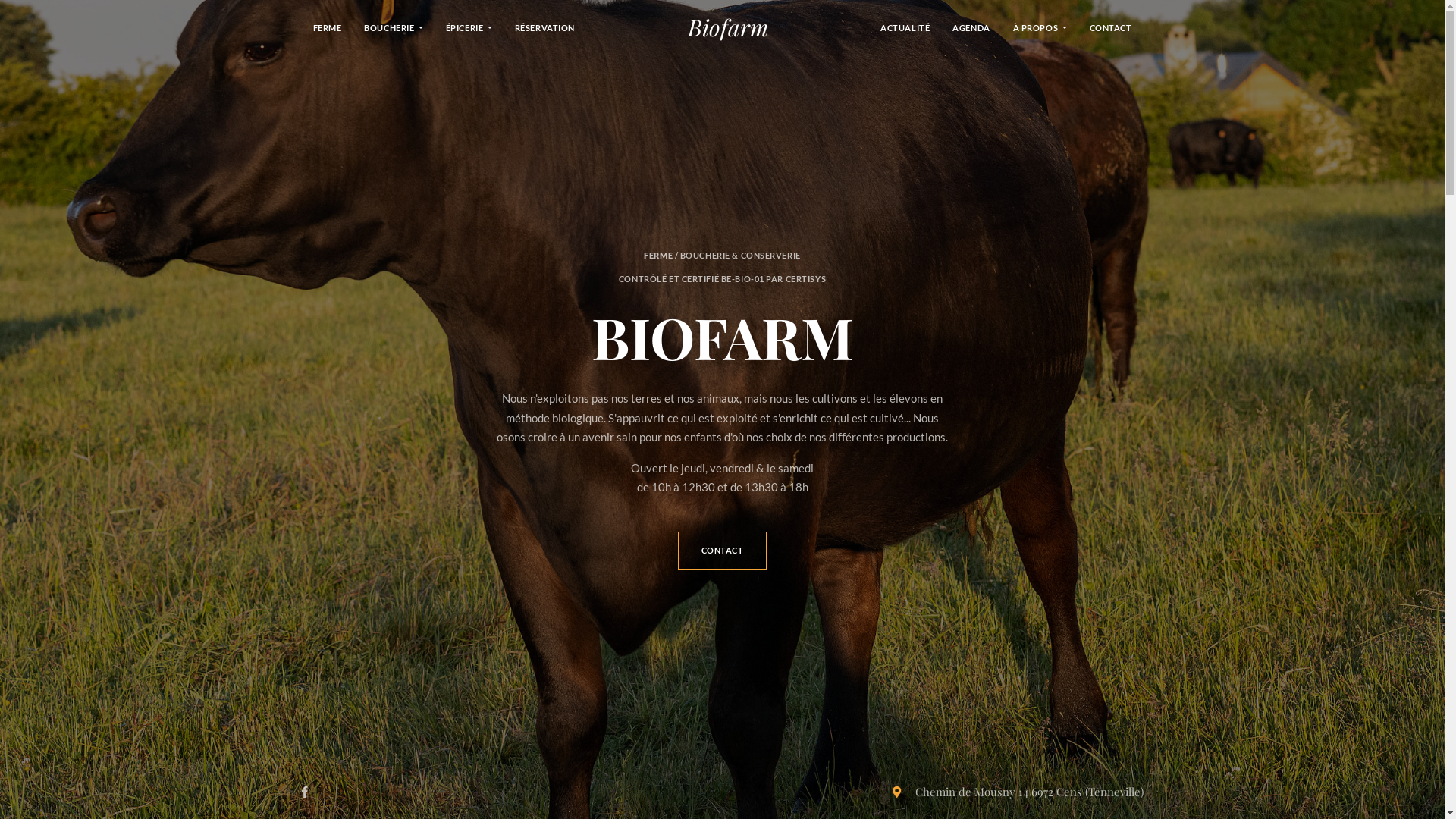 The image size is (1456, 819). I want to click on 'CONTACT', so click(722, 550).